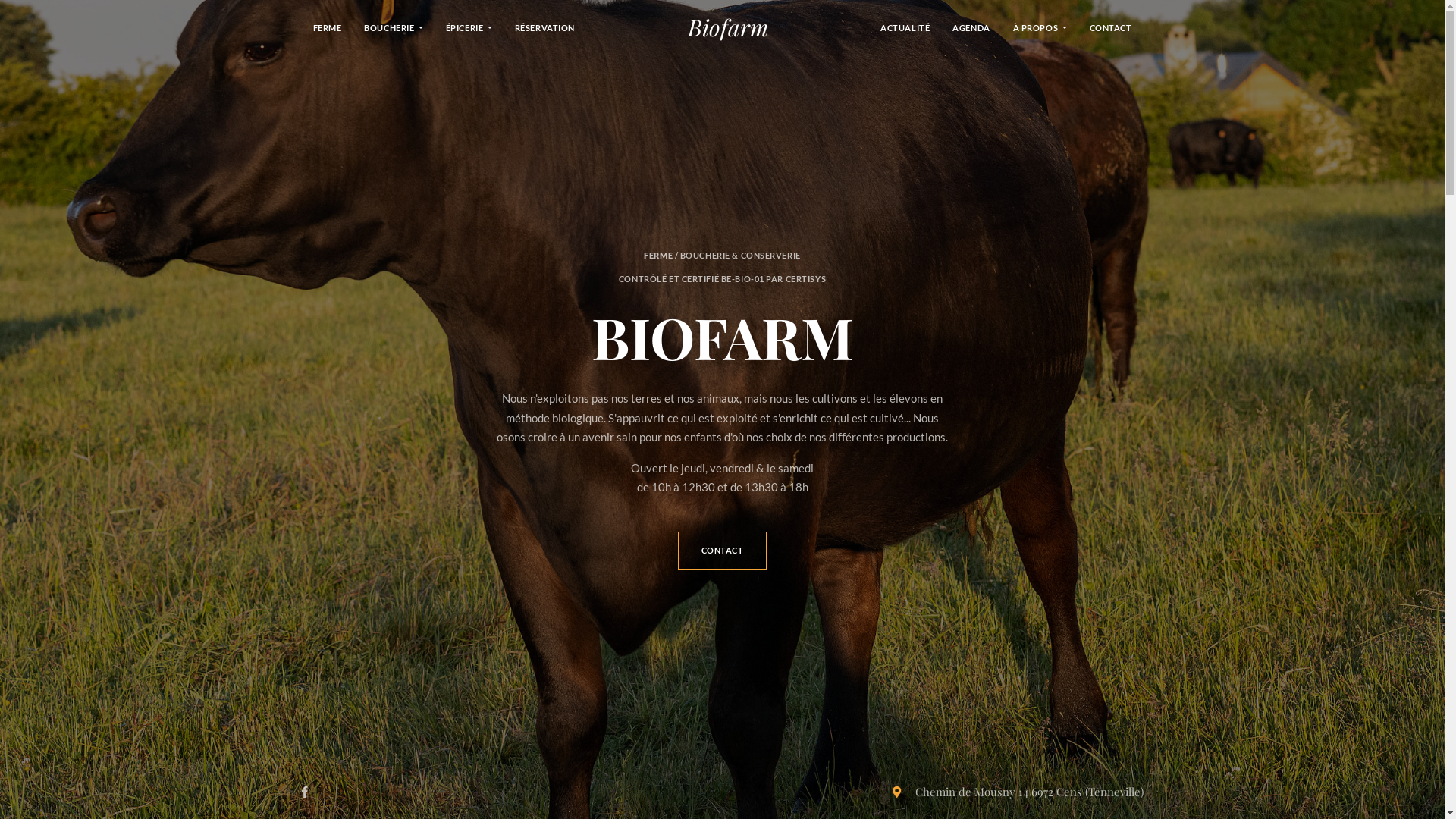 The image size is (1456, 819). I want to click on 'CONTACT', so click(722, 550).